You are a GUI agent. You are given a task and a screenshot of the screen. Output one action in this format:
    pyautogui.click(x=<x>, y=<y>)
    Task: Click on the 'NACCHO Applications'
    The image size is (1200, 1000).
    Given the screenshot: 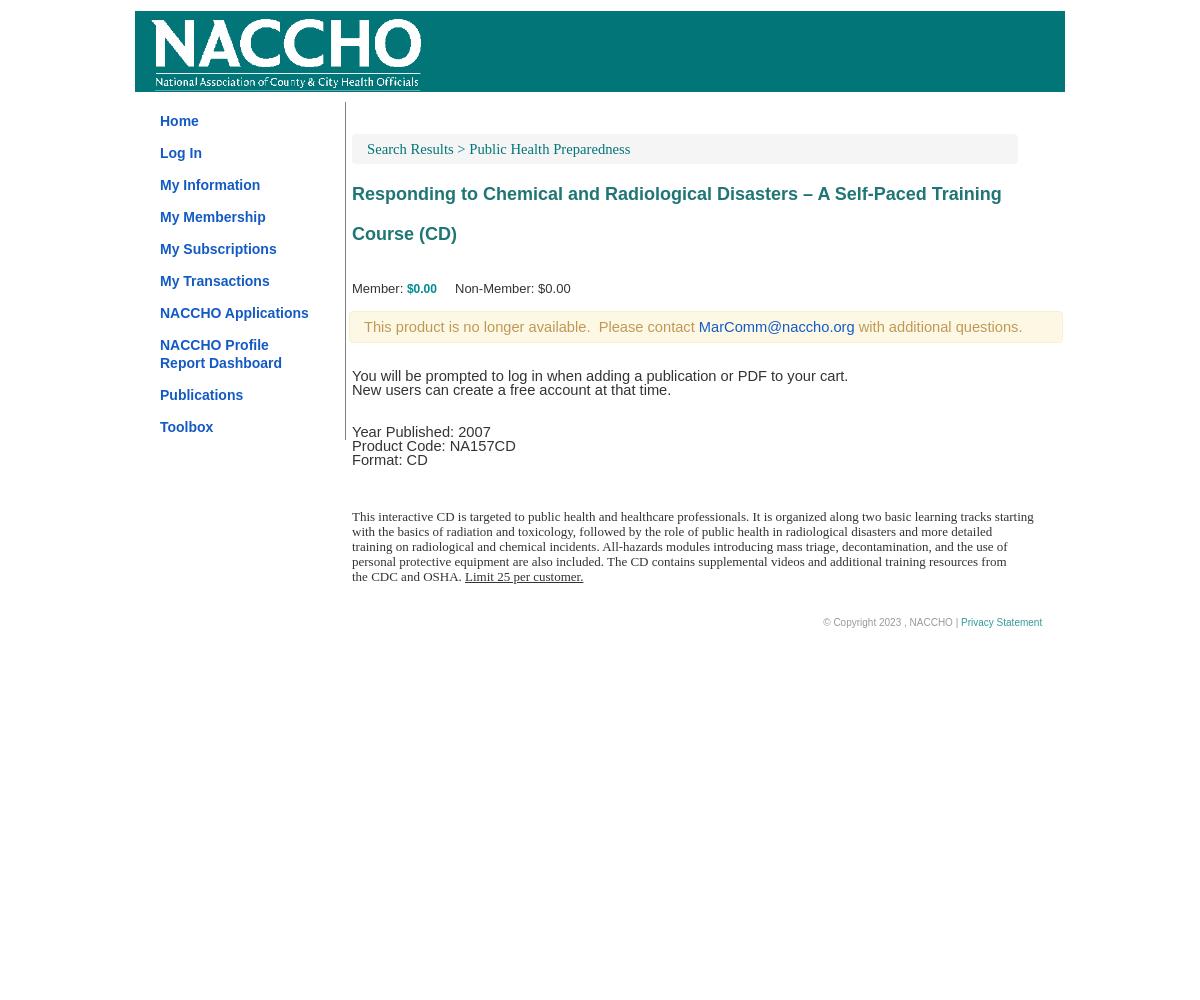 What is the action you would take?
    pyautogui.click(x=233, y=312)
    